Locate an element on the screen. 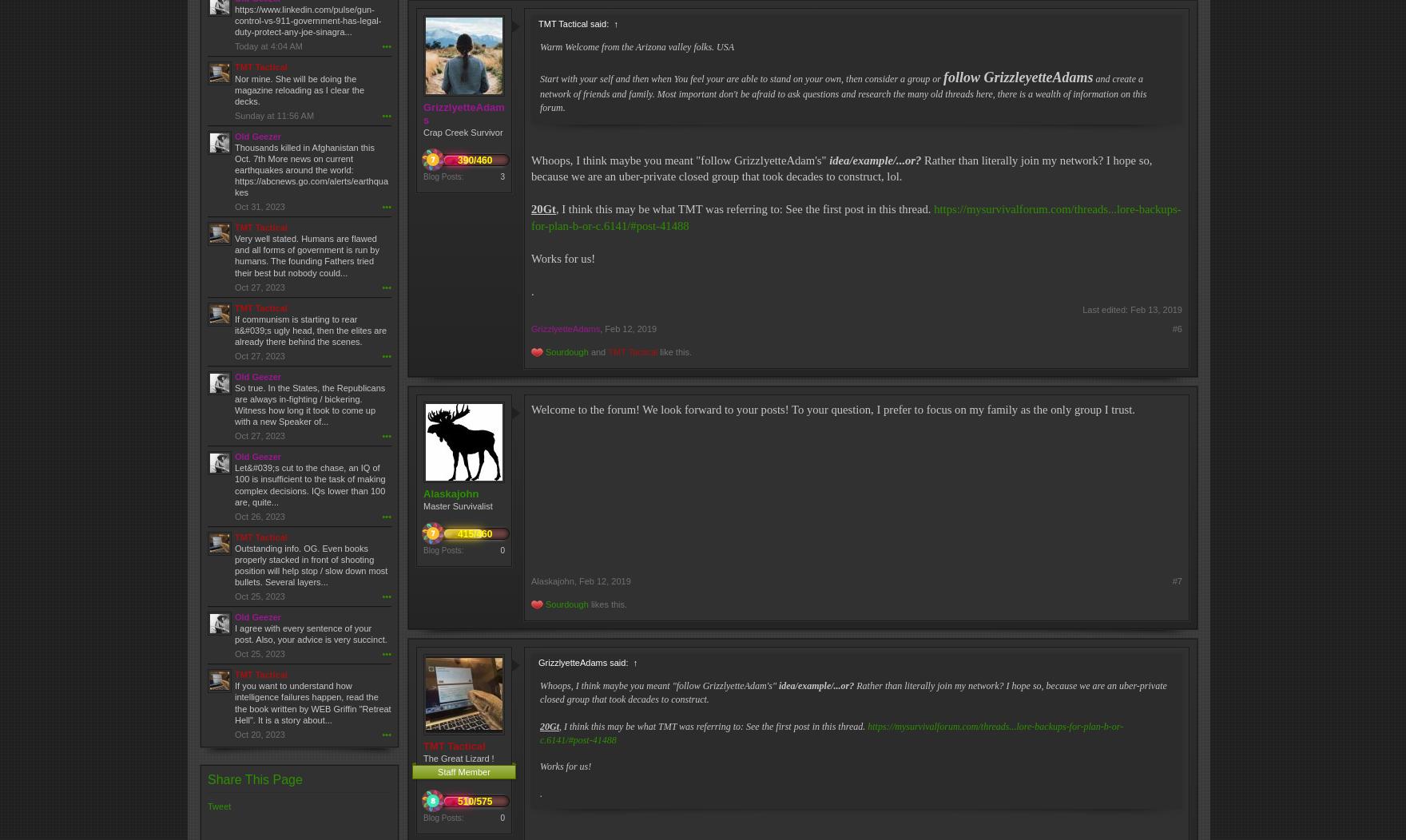  'Staff Member' is located at coordinates (463, 771).